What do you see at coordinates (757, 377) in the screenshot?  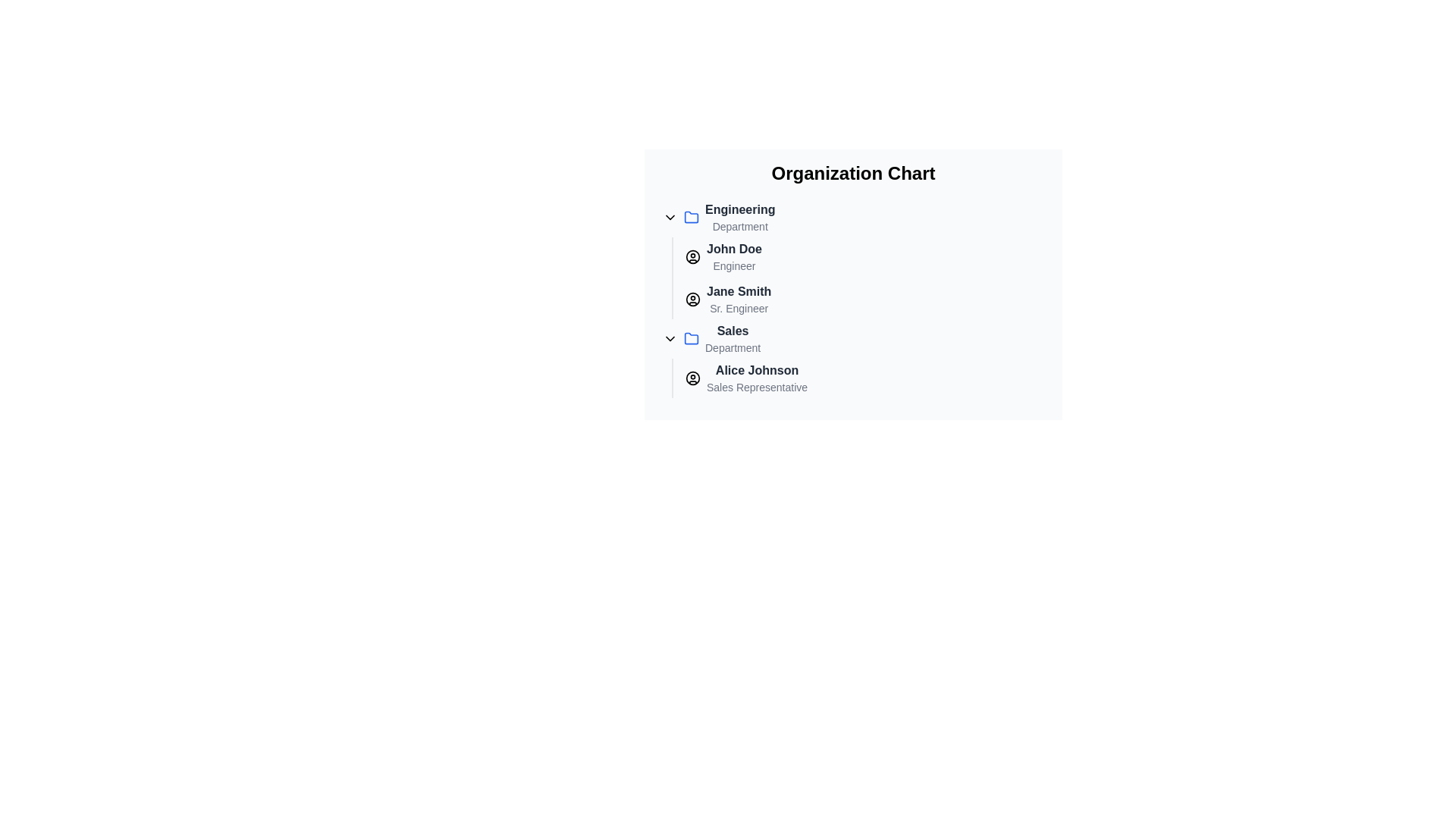 I see `the Text label displaying the name 'Alice Johnson' and title 'Sales Representative' in the 'Sales' section of the organization chart` at bounding box center [757, 377].